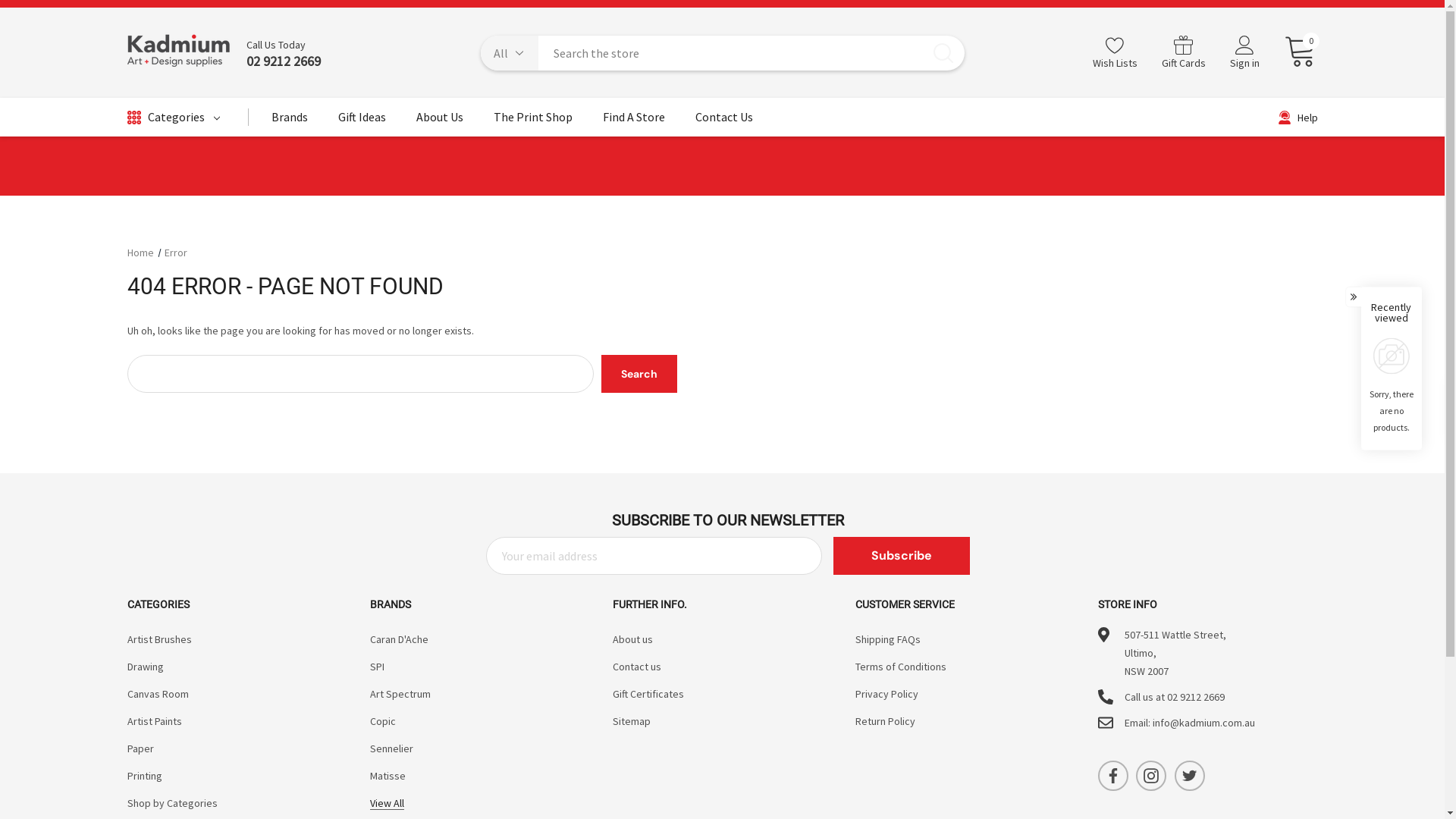 This screenshot has width=1456, height=819. I want to click on 'Shipping FAQs', so click(888, 639).